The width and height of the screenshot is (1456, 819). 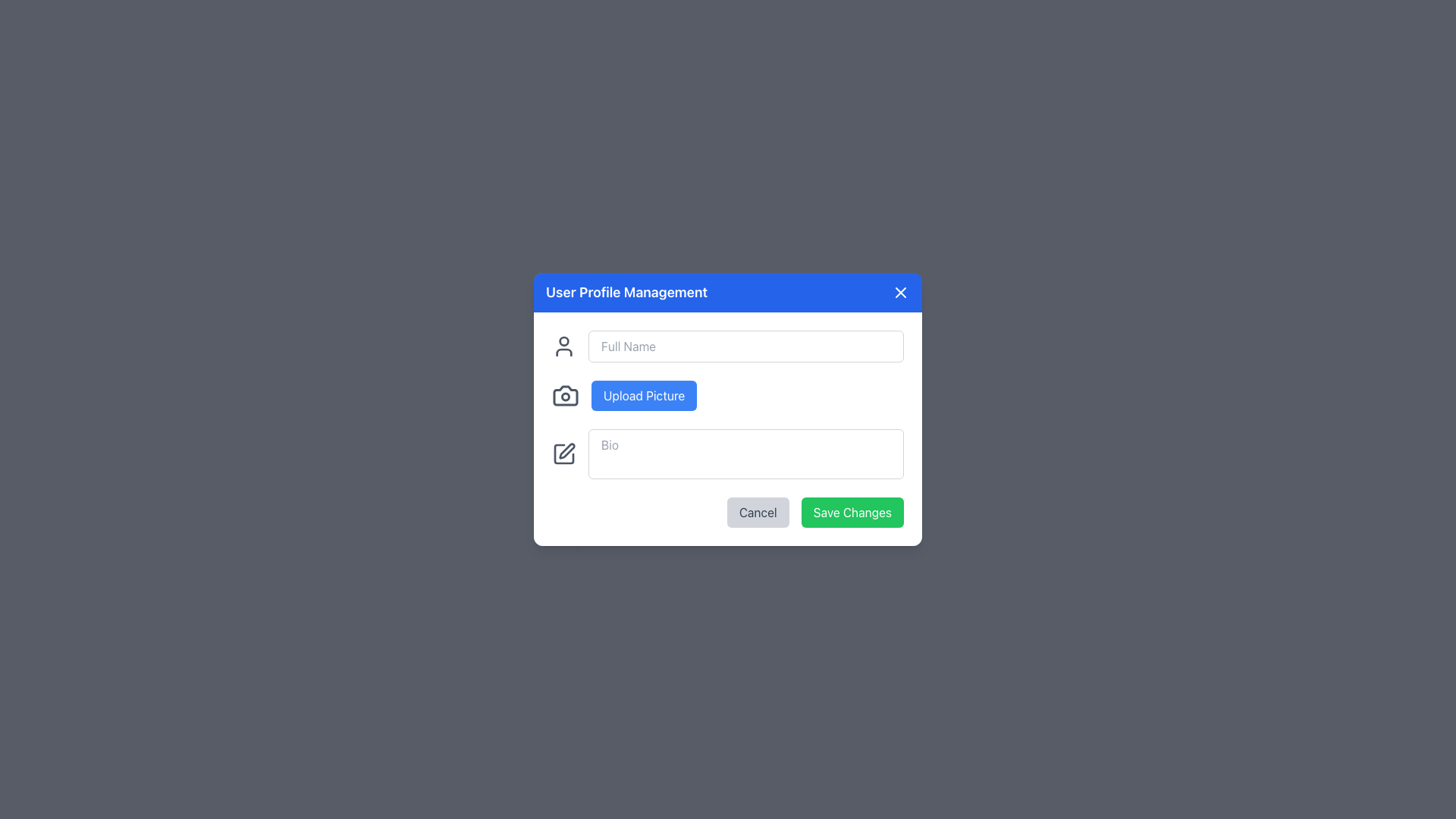 I want to click on the small square icon with a pen symbol located to the left of the 'Bio' text area, so click(x=563, y=453).